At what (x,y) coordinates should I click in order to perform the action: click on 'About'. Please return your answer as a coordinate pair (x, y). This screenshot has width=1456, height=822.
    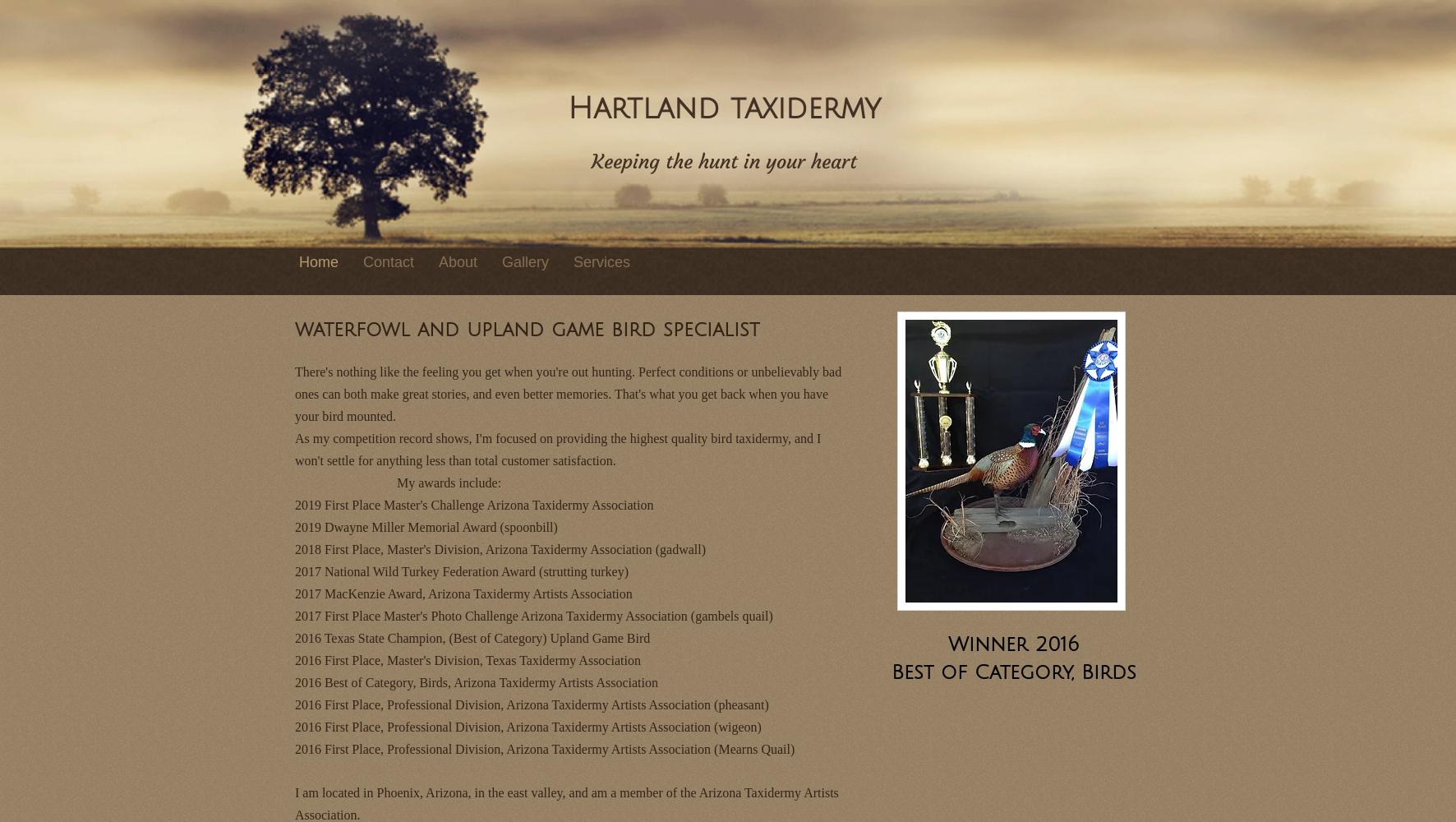
    Looking at the image, I should click on (457, 261).